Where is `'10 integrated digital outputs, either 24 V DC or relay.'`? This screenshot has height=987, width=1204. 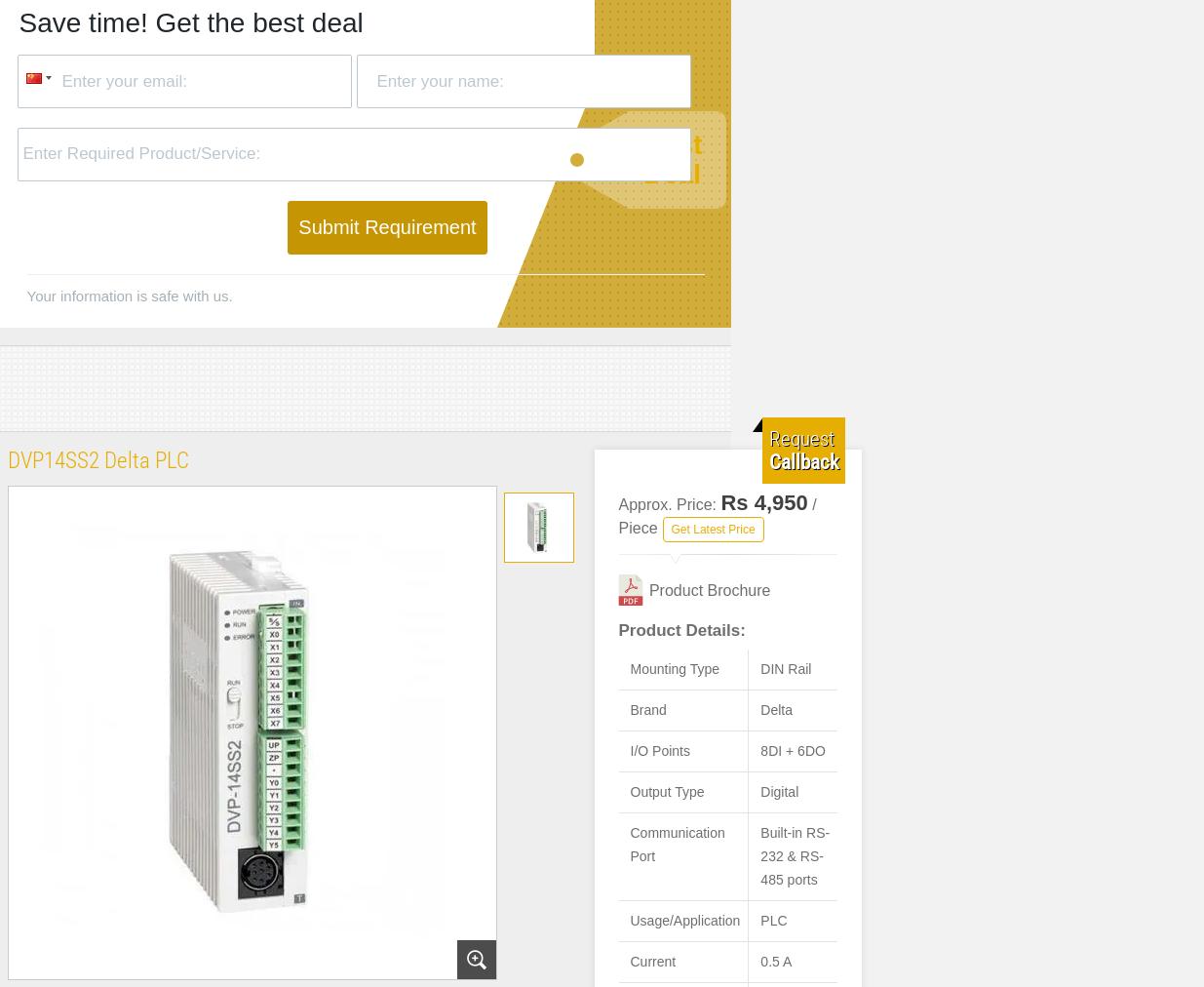
'10 integrated digital outputs, either 24 V DC or relay.' is located at coordinates (734, 248).